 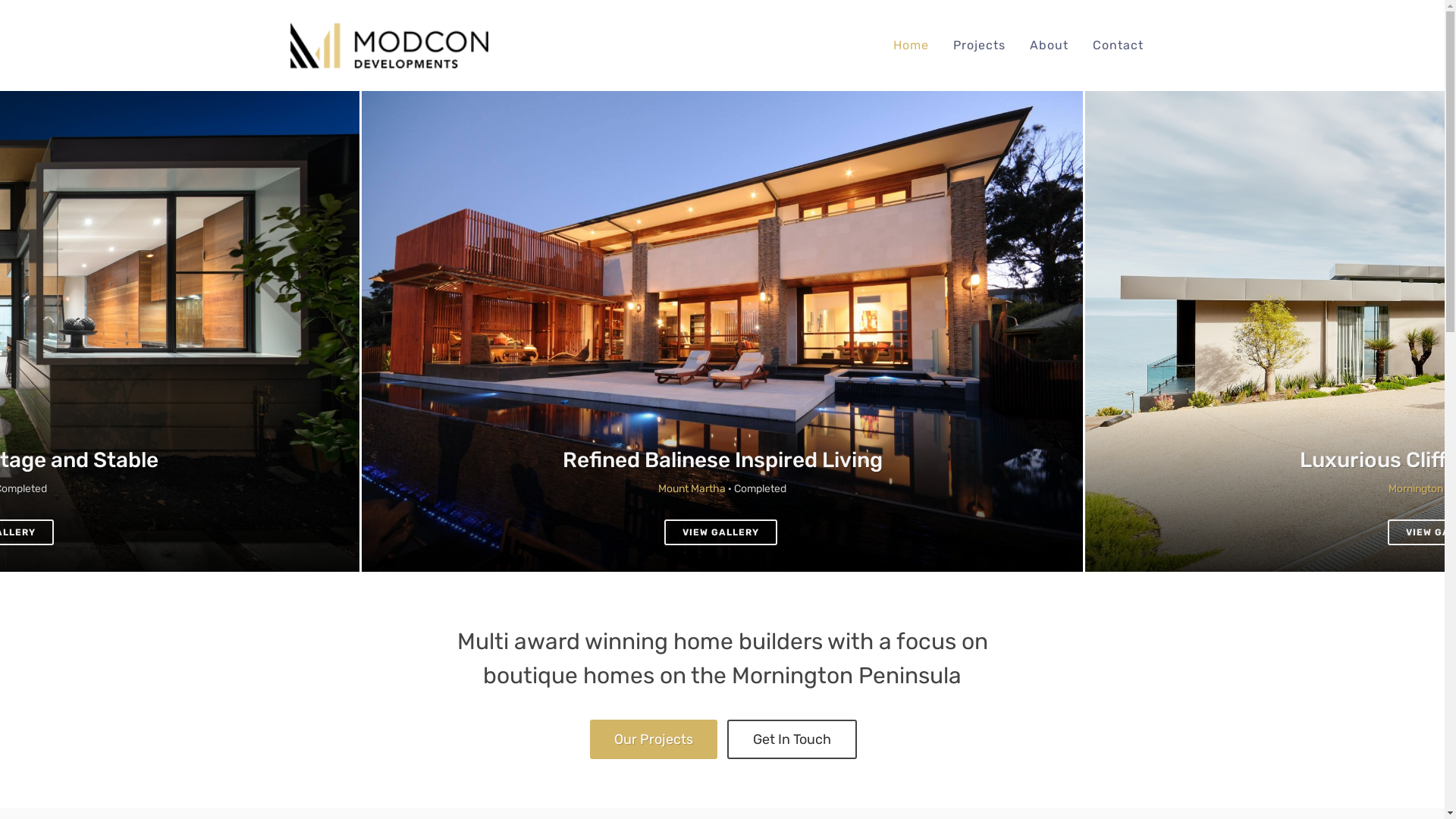 What do you see at coordinates (1047, 45) in the screenshot?
I see `'About'` at bounding box center [1047, 45].